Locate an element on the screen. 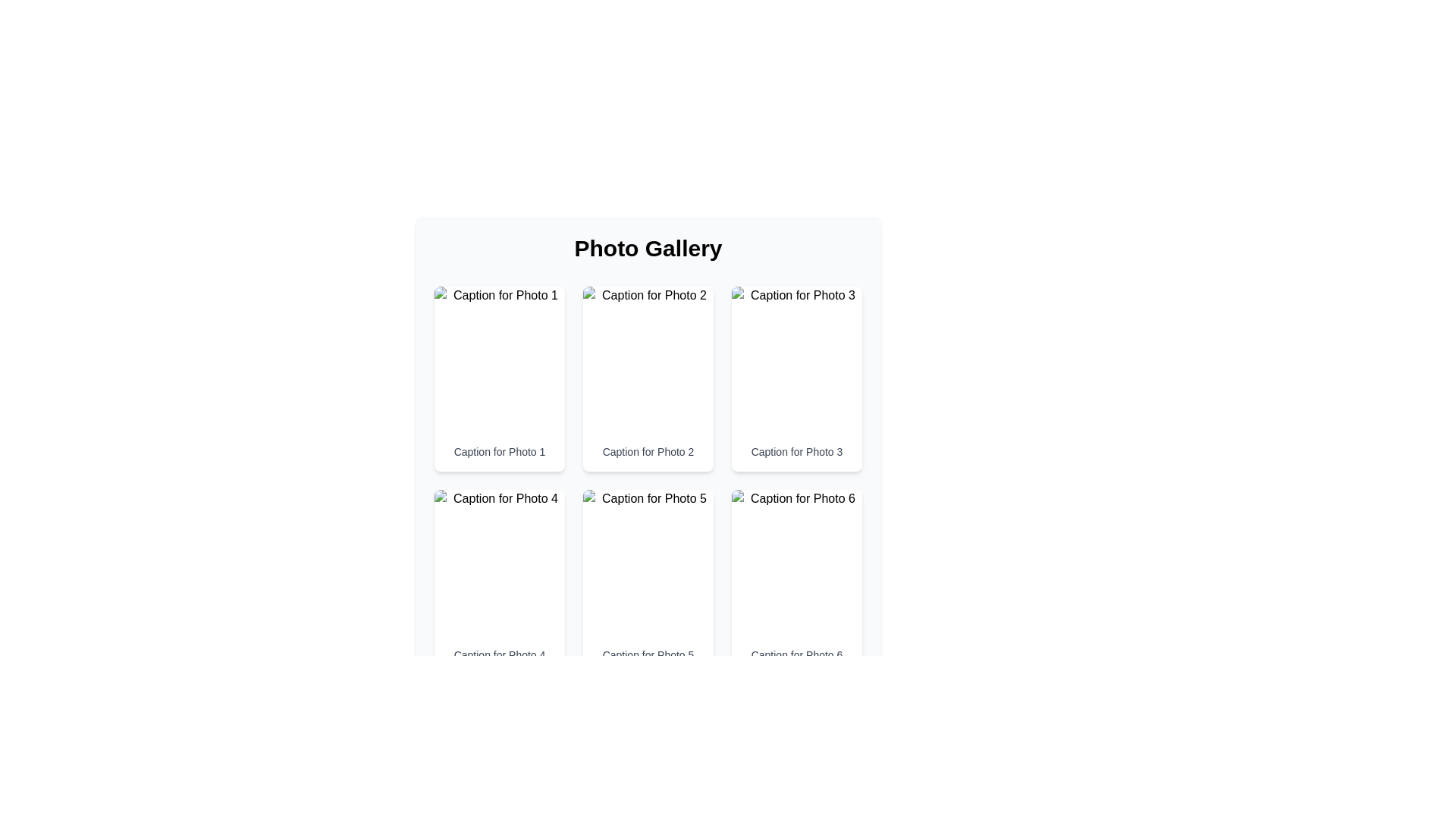  the text label displaying 'Caption for Photo 5' located in the middle column of the second row of a grid-based gallery layout is located at coordinates (648, 654).